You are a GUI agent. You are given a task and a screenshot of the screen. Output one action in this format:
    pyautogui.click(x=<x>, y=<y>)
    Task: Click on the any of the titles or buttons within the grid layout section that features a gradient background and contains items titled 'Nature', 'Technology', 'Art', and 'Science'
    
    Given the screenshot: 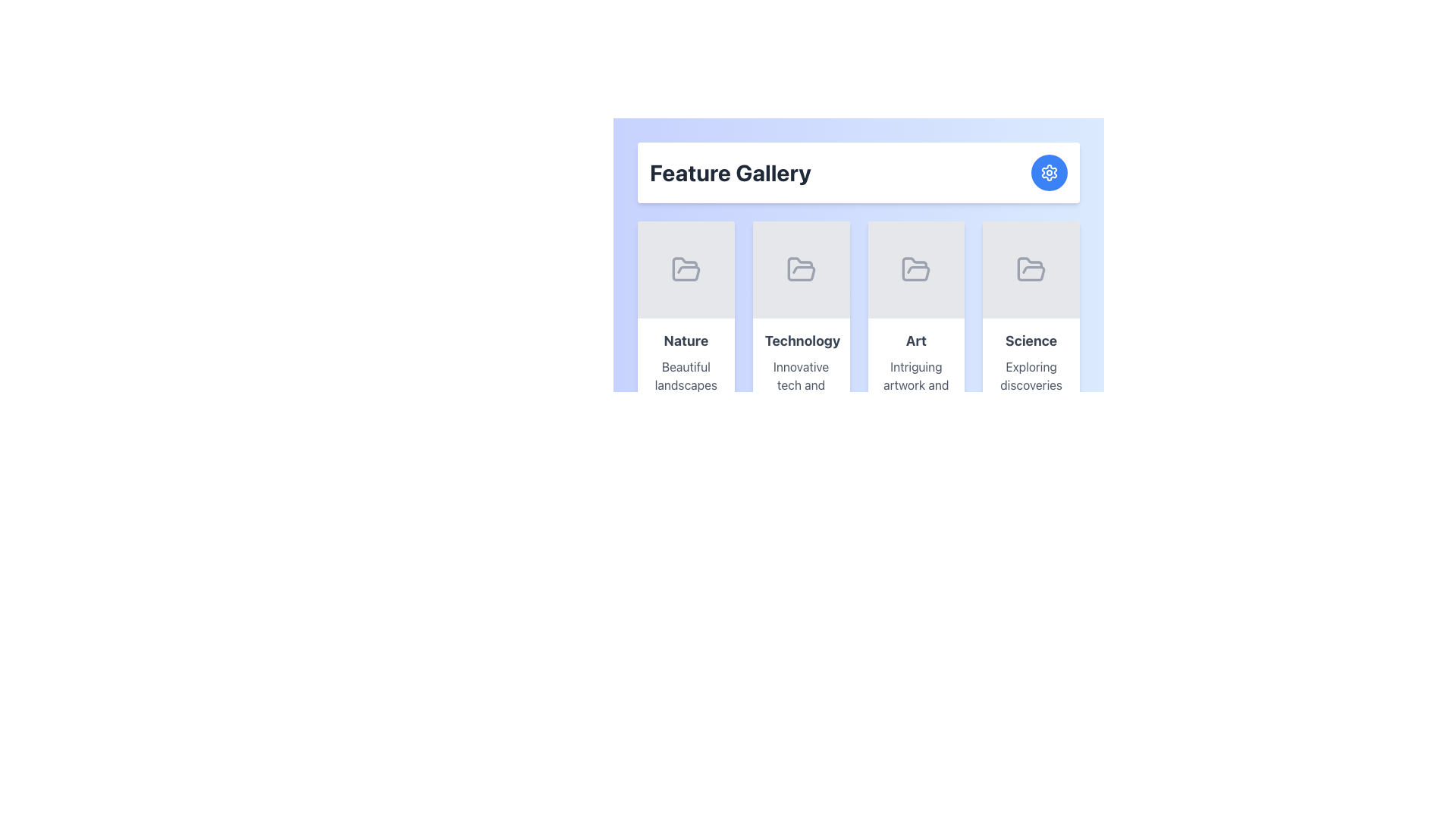 What is the action you would take?
    pyautogui.click(x=858, y=353)
    